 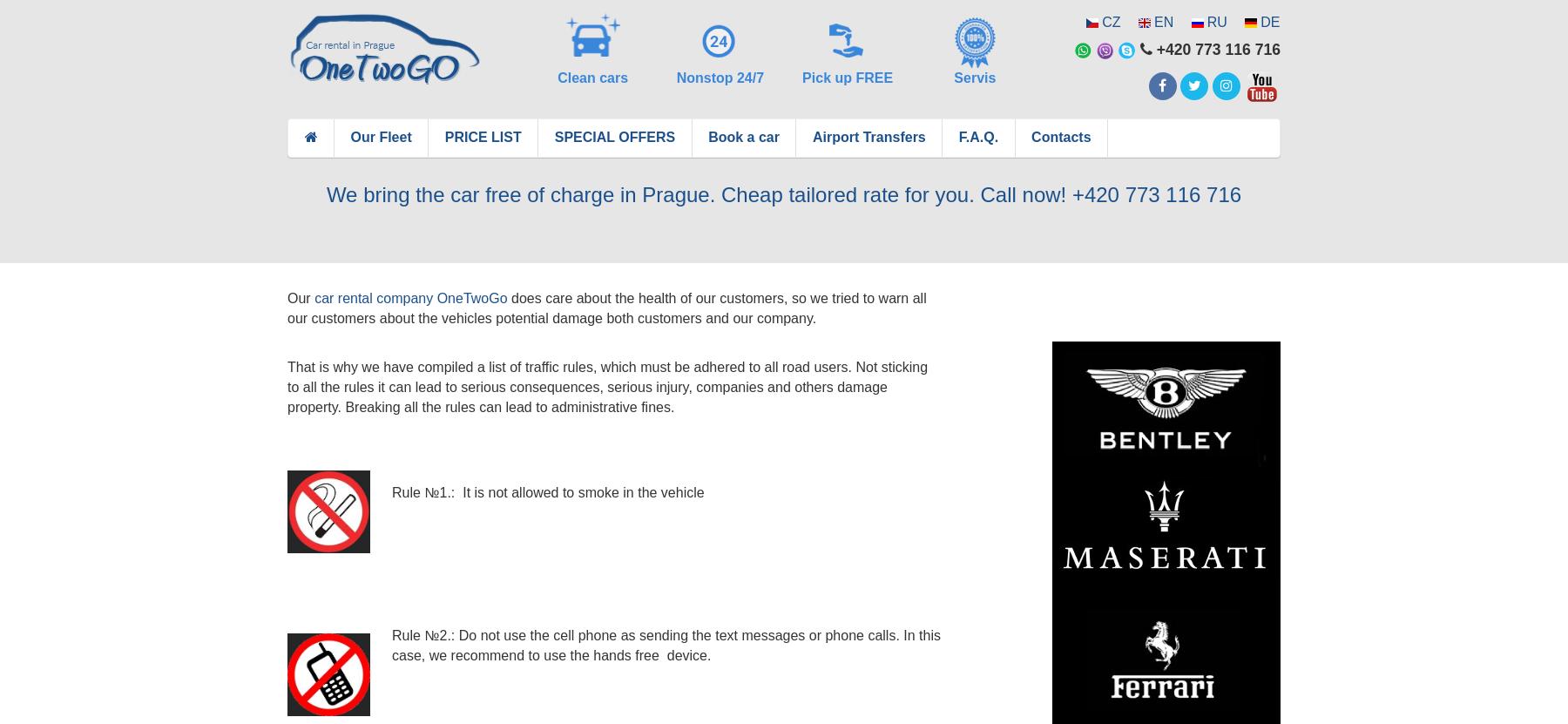 What do you see at coordinates (301, 297) in the screenshot?
I see `'Our'` at bounding box center [301, 297].